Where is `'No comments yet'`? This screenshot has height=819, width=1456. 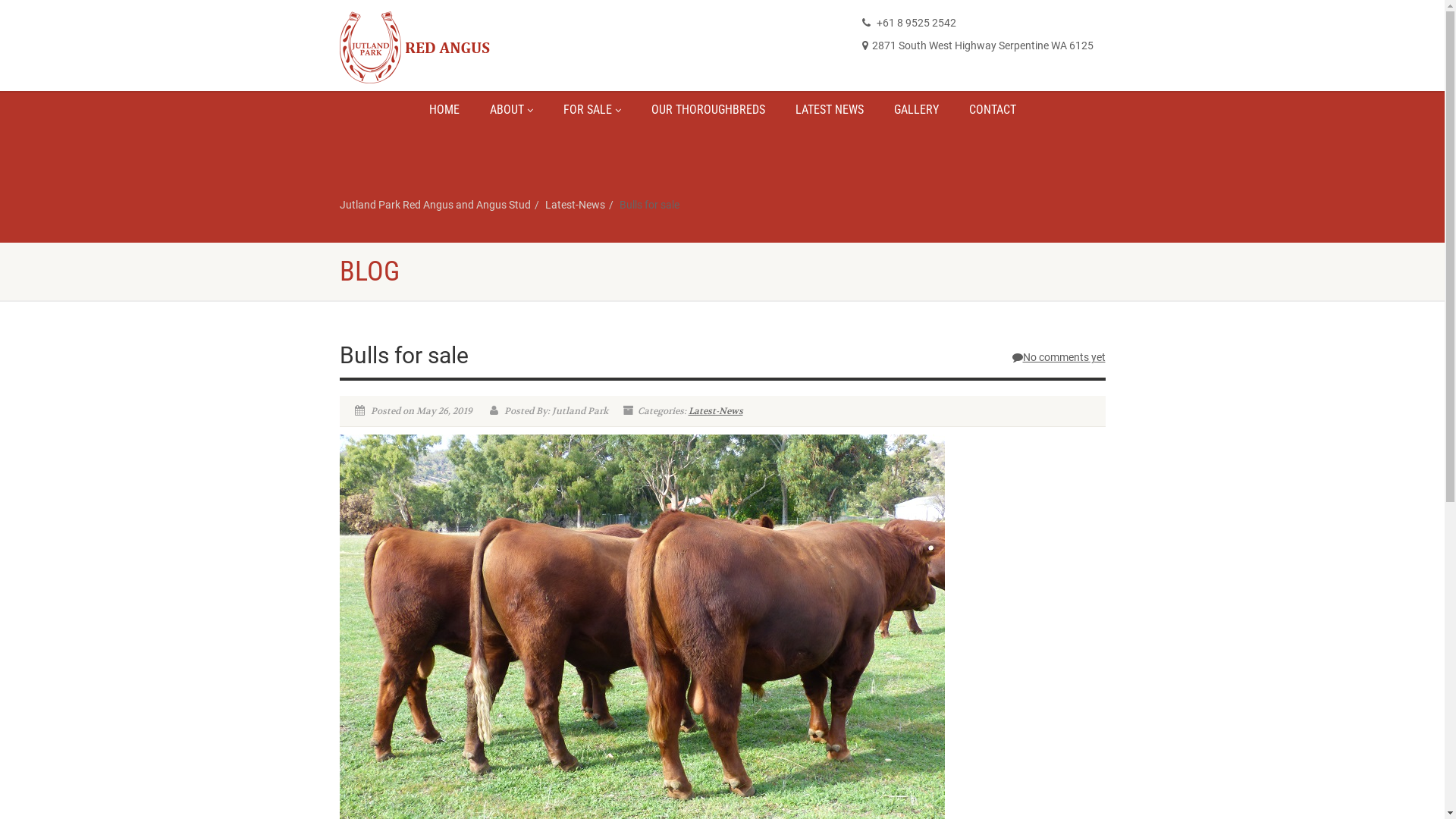
'No comments yet' is located at coordinates (1057, 356).